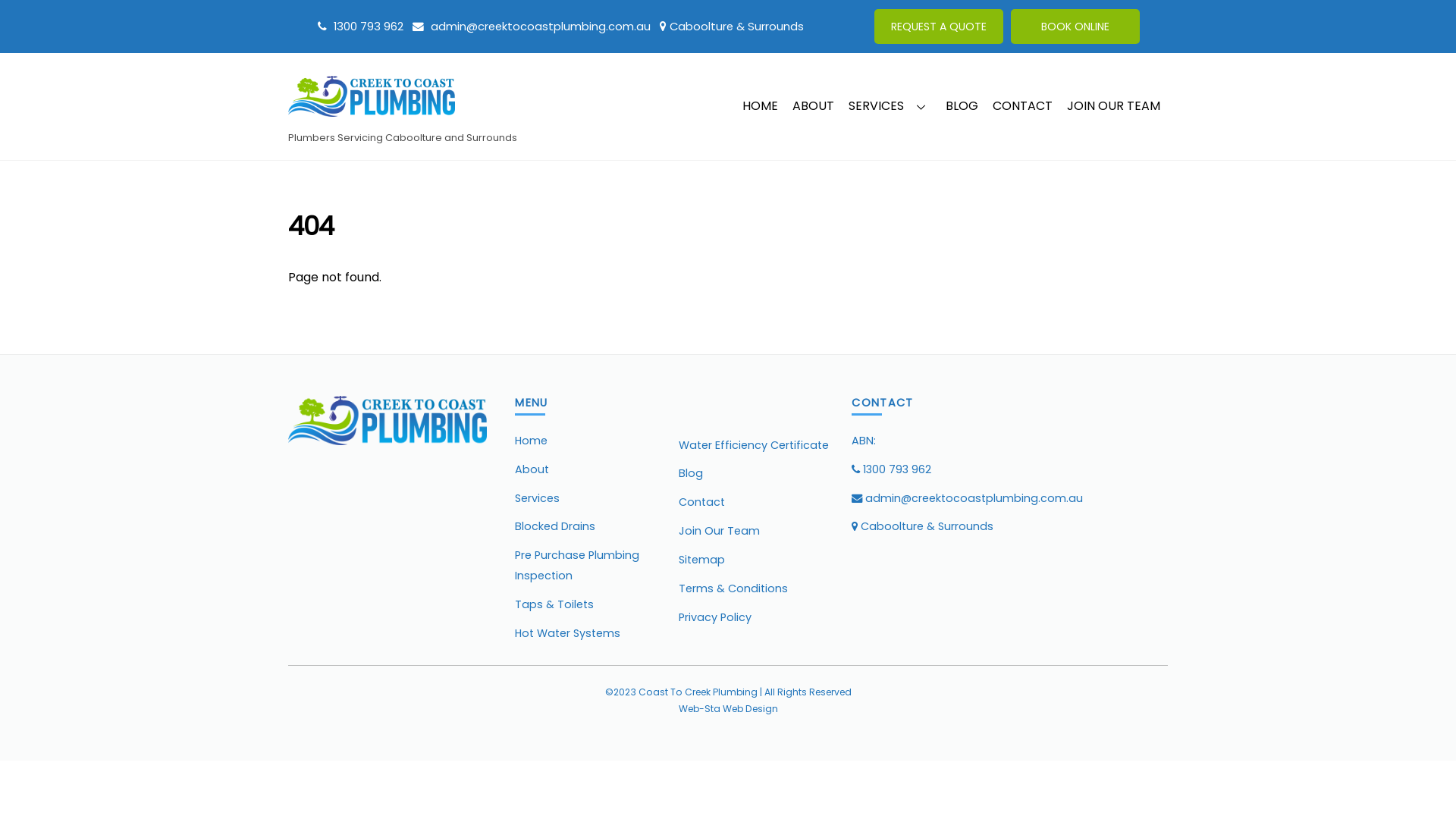 This screenshot has width=1456, height=819. Describe the element at coordinates (735, 106) in the screenshot. I see `'HOME'` at that location.